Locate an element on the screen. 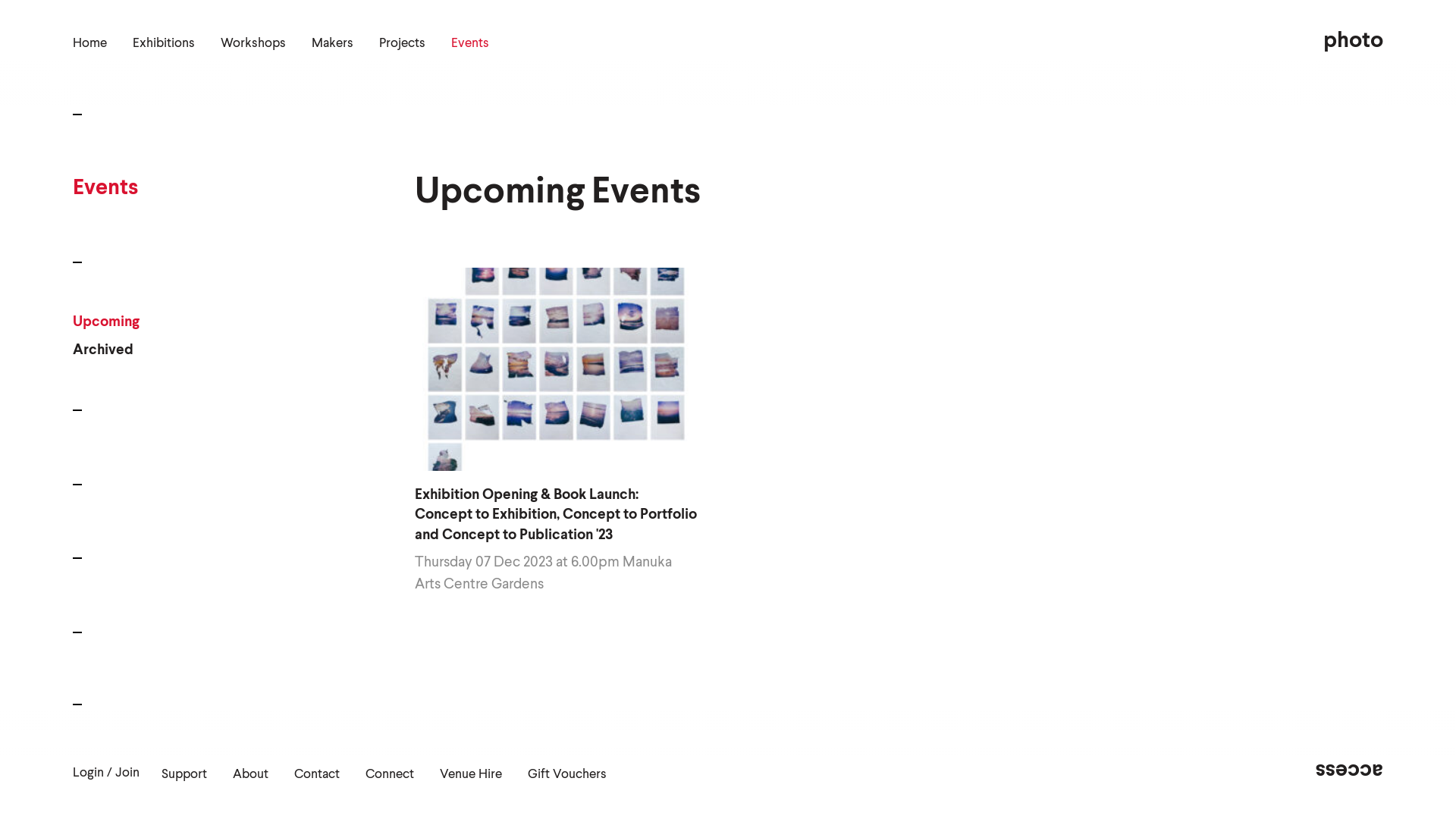 The image size is (1456, 819). 'access' is located at coordinates (1314, 770).